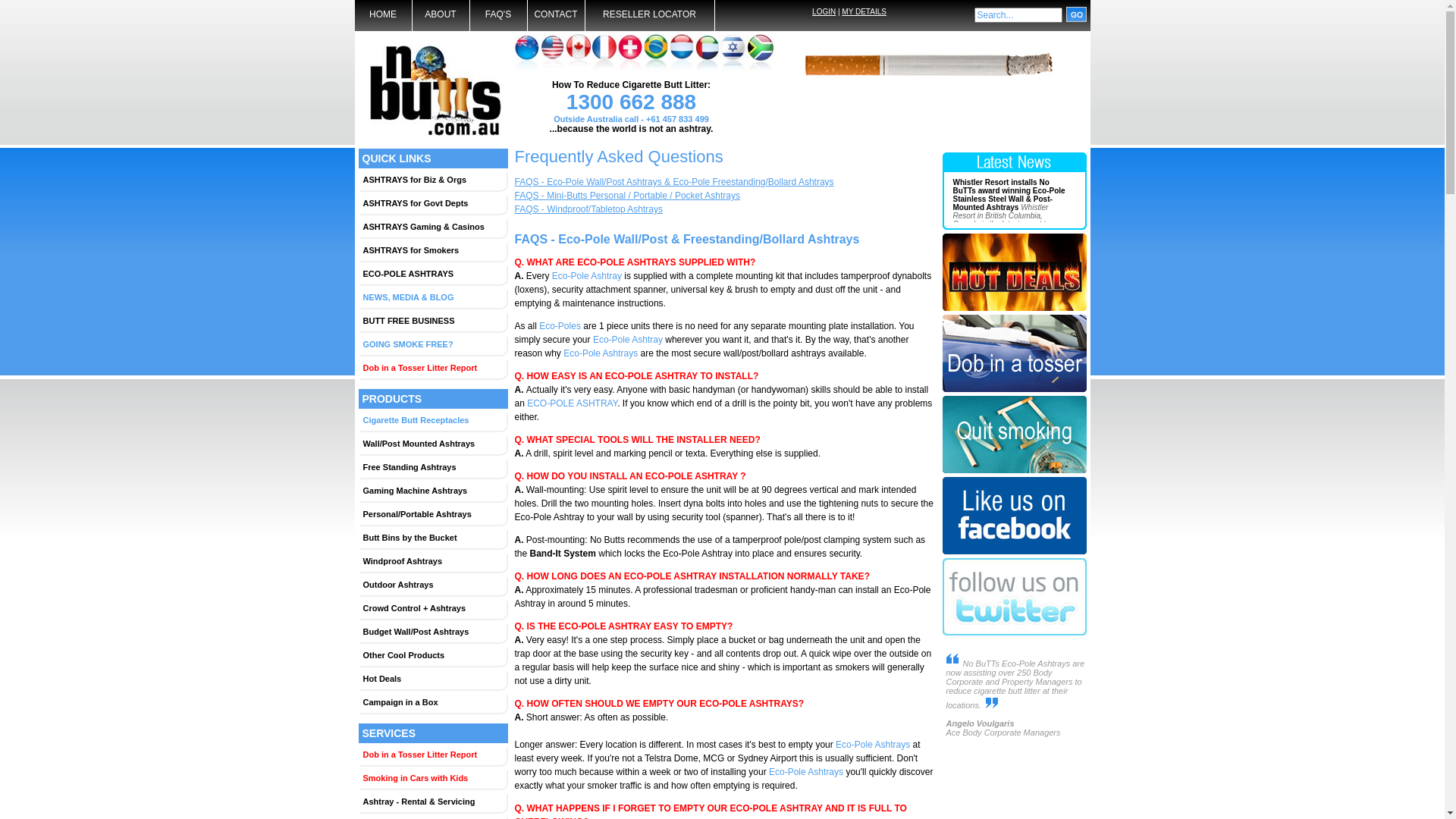  What do you see at coordinates (432, 444) in the screenshot?
I see `'Wall/Post Mounted Ashtrays'` at bounding box center [432, 444].